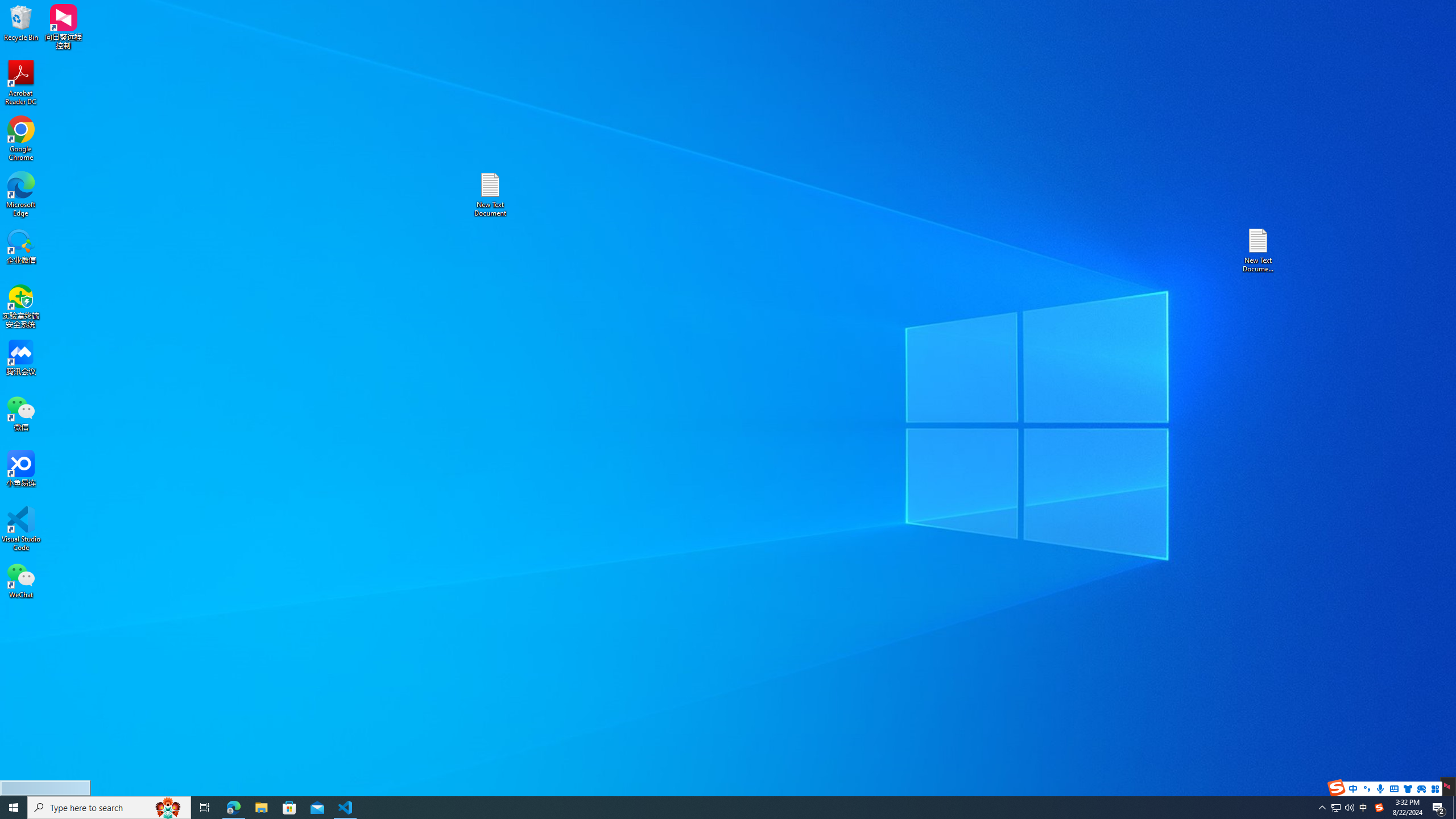 Image resolution: width=1456 pixels, height=819 pixels. Describe the element at coordinates (20, 528) in the screenshot. I see `'Visual Studio Code'` at that location.